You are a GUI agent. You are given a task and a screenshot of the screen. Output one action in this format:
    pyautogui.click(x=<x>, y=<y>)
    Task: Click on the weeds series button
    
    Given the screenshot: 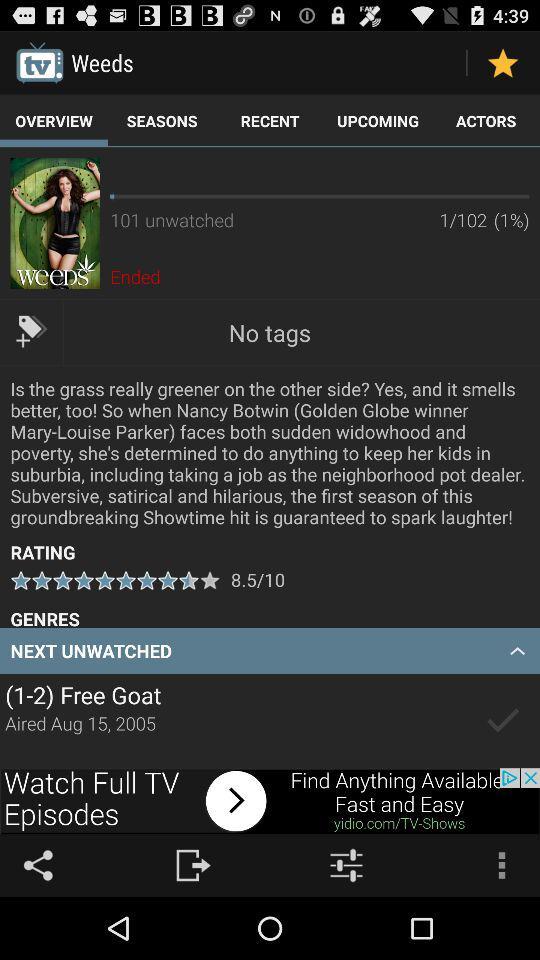 What is the action you would take?
    pyautogui.click(x=55, y=223)
    